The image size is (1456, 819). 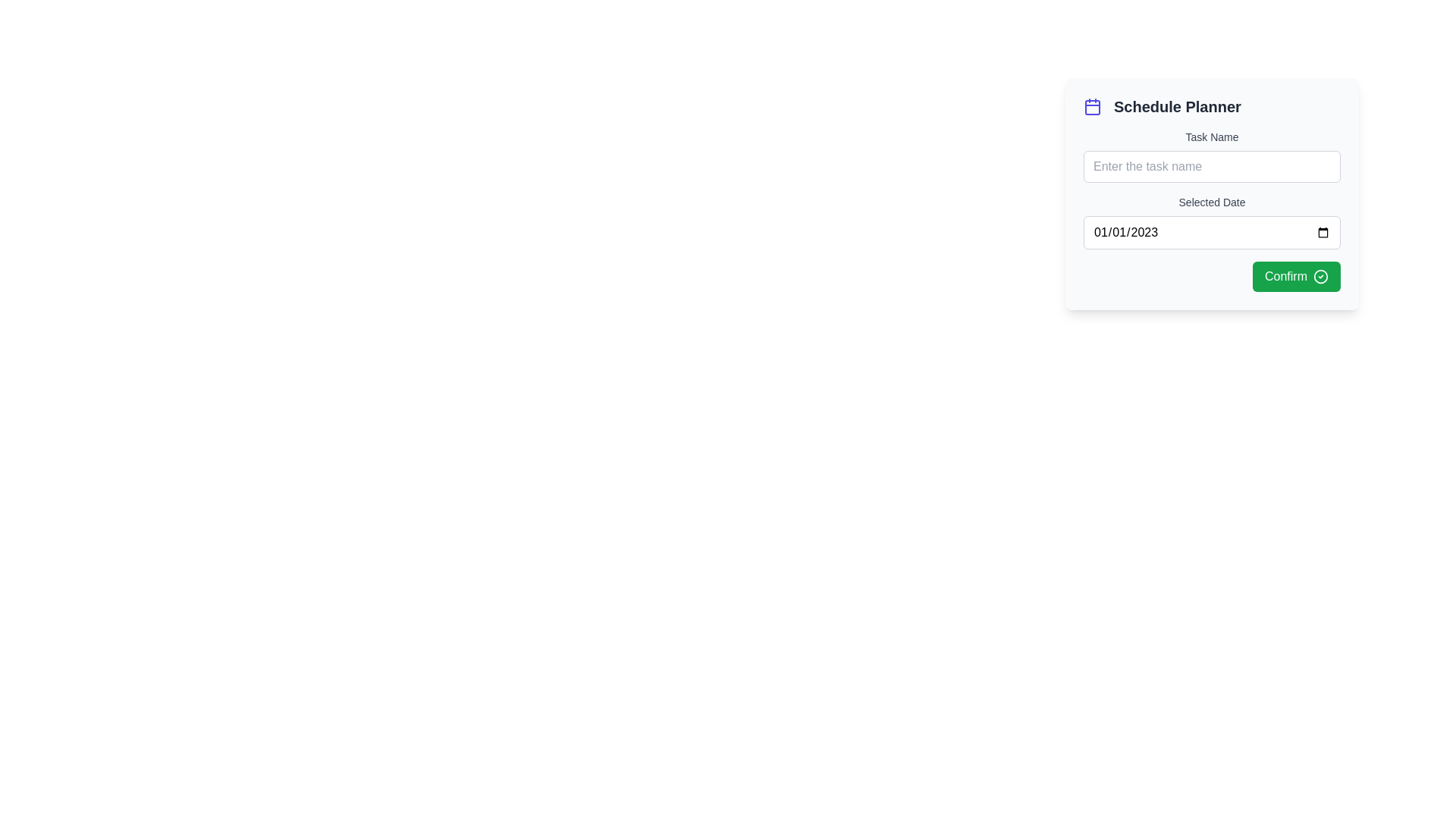 What do you see at coordinates (1211, 137) in the screenshot?
I see `the Text Label that guides users to enter the task name in the associated text input field, located at the top of the form` at bounding box center [1211, 137].